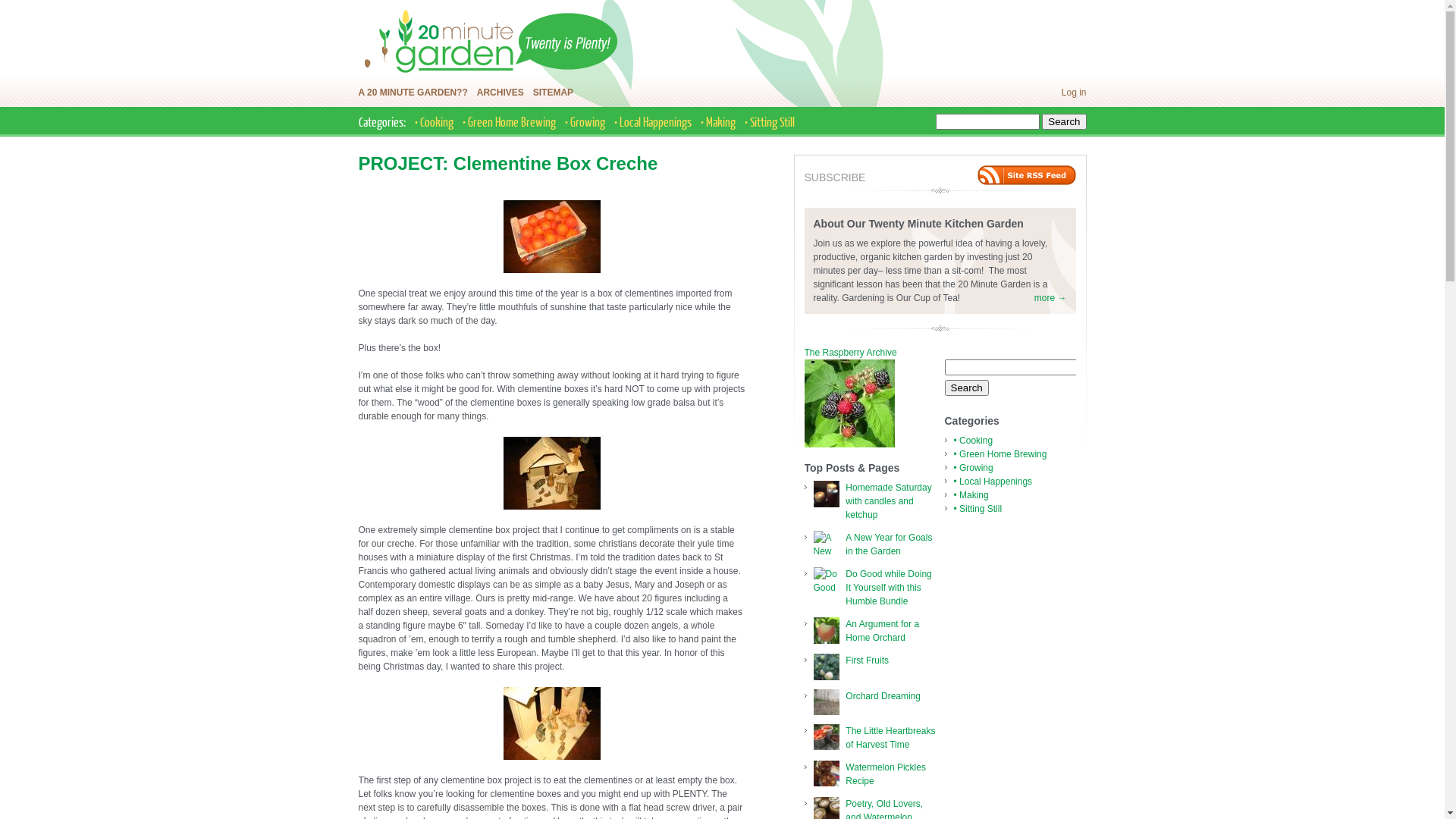 The height and width of the screenshot is (819, 1456). I want to click on 'Log in', so click(1073, 93).